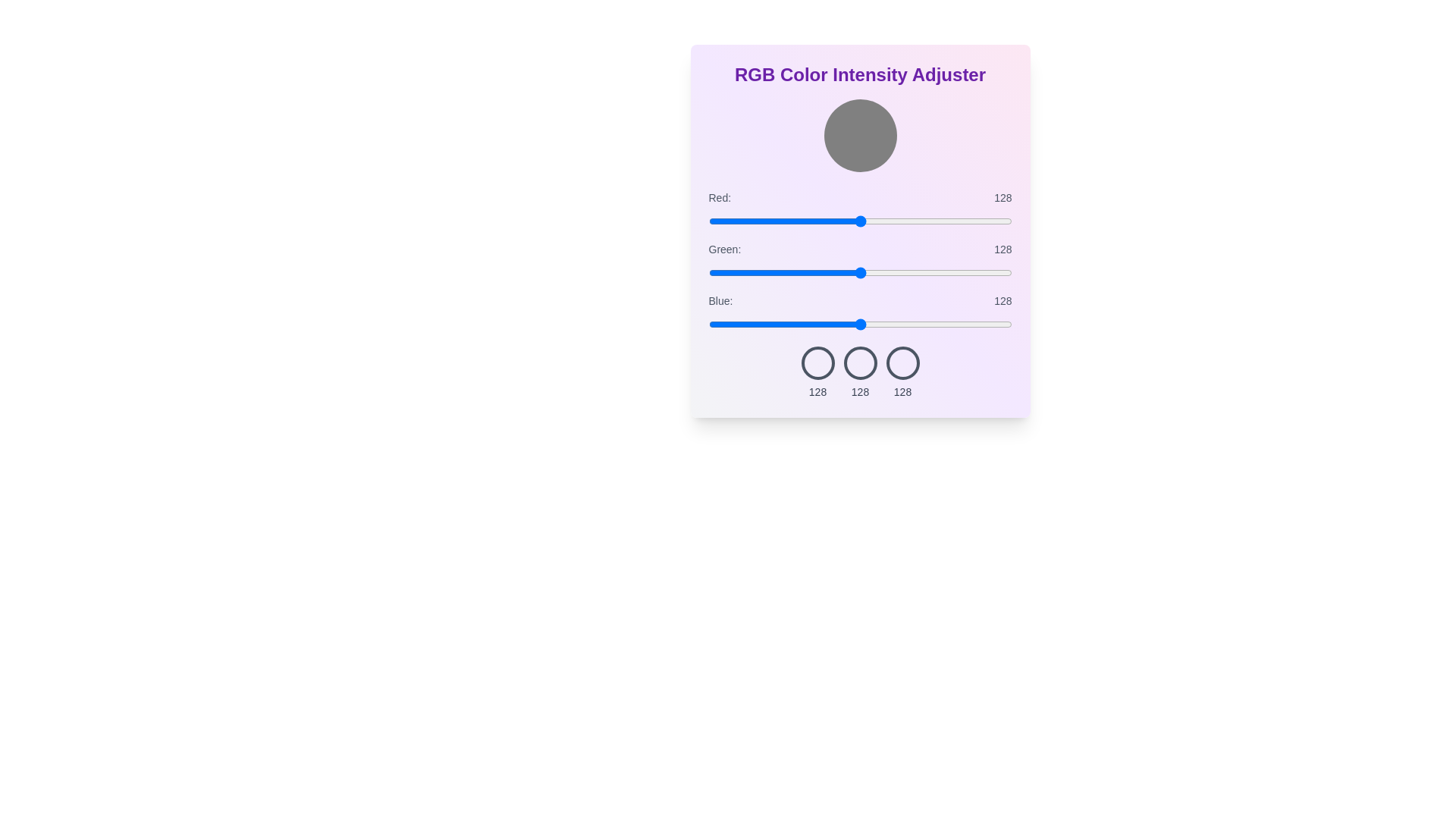  I want to click on the red color intensity slider to 136 value, so click(870, 221).